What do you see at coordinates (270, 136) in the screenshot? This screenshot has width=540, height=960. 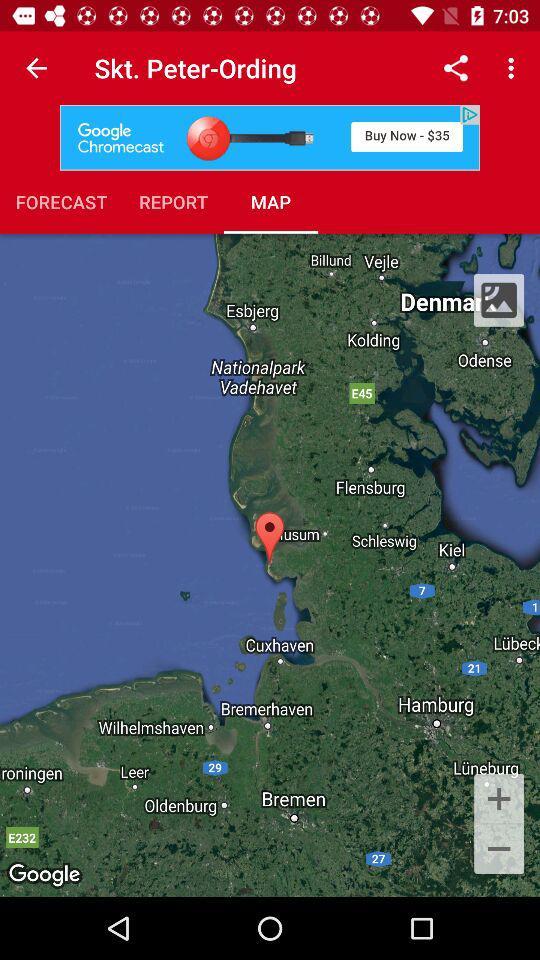 I see `advertisement` at bounding box center [270, 136].